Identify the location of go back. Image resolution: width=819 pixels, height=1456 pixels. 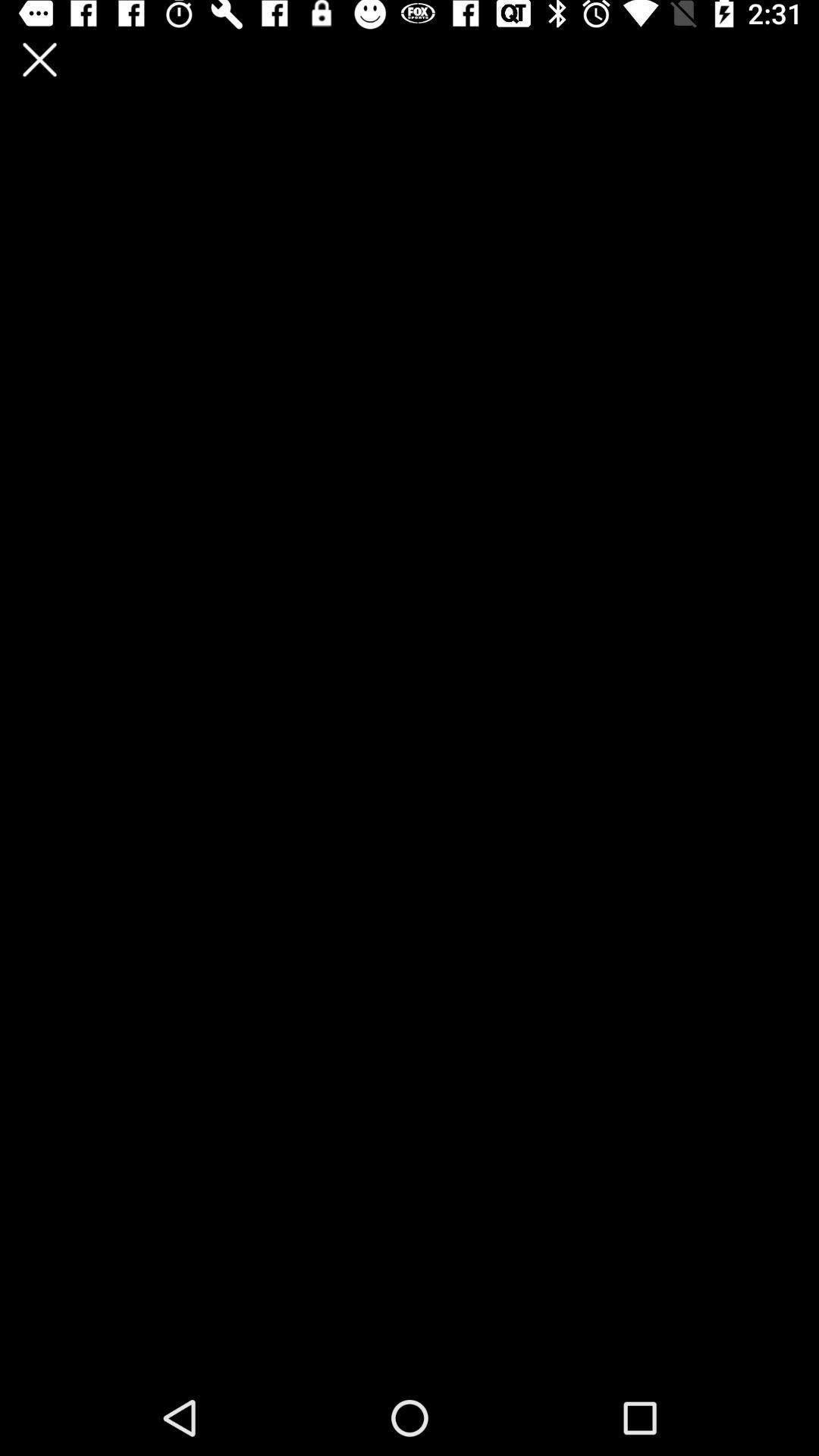
(39, 59).